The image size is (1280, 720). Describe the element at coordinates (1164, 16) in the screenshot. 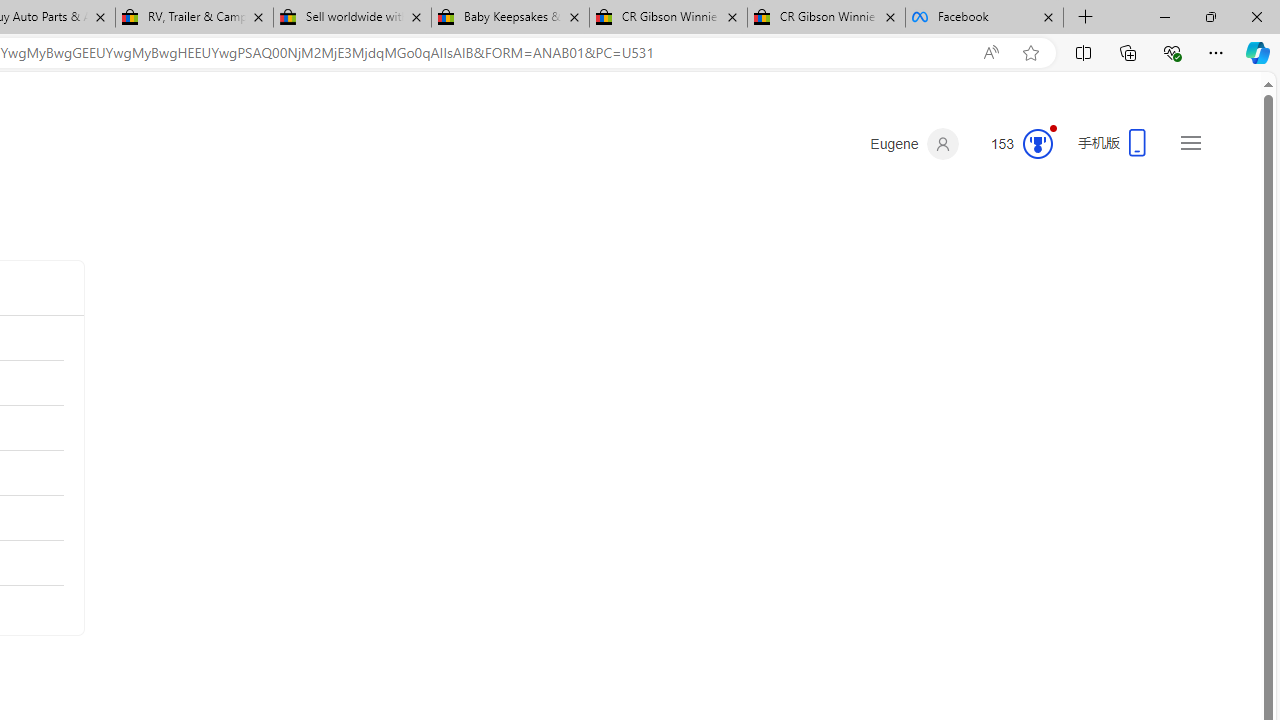

I see `'Minimize'` at that location.